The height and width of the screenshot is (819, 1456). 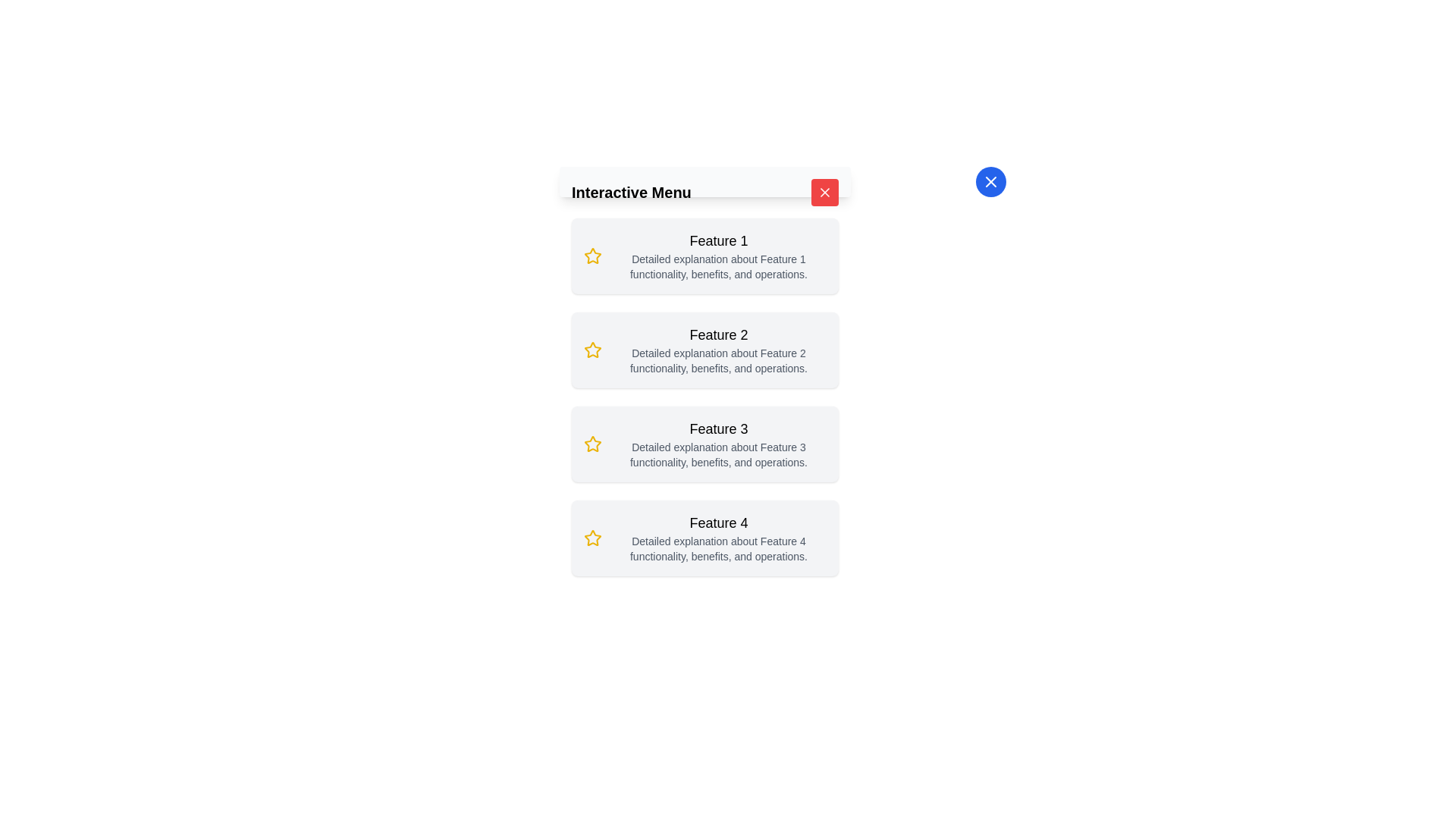 What do you see at coordinates (990, 180) in the screenshot?
I see `the small circular blue button with a white 'X' icon` at bounding box center [990, 180].